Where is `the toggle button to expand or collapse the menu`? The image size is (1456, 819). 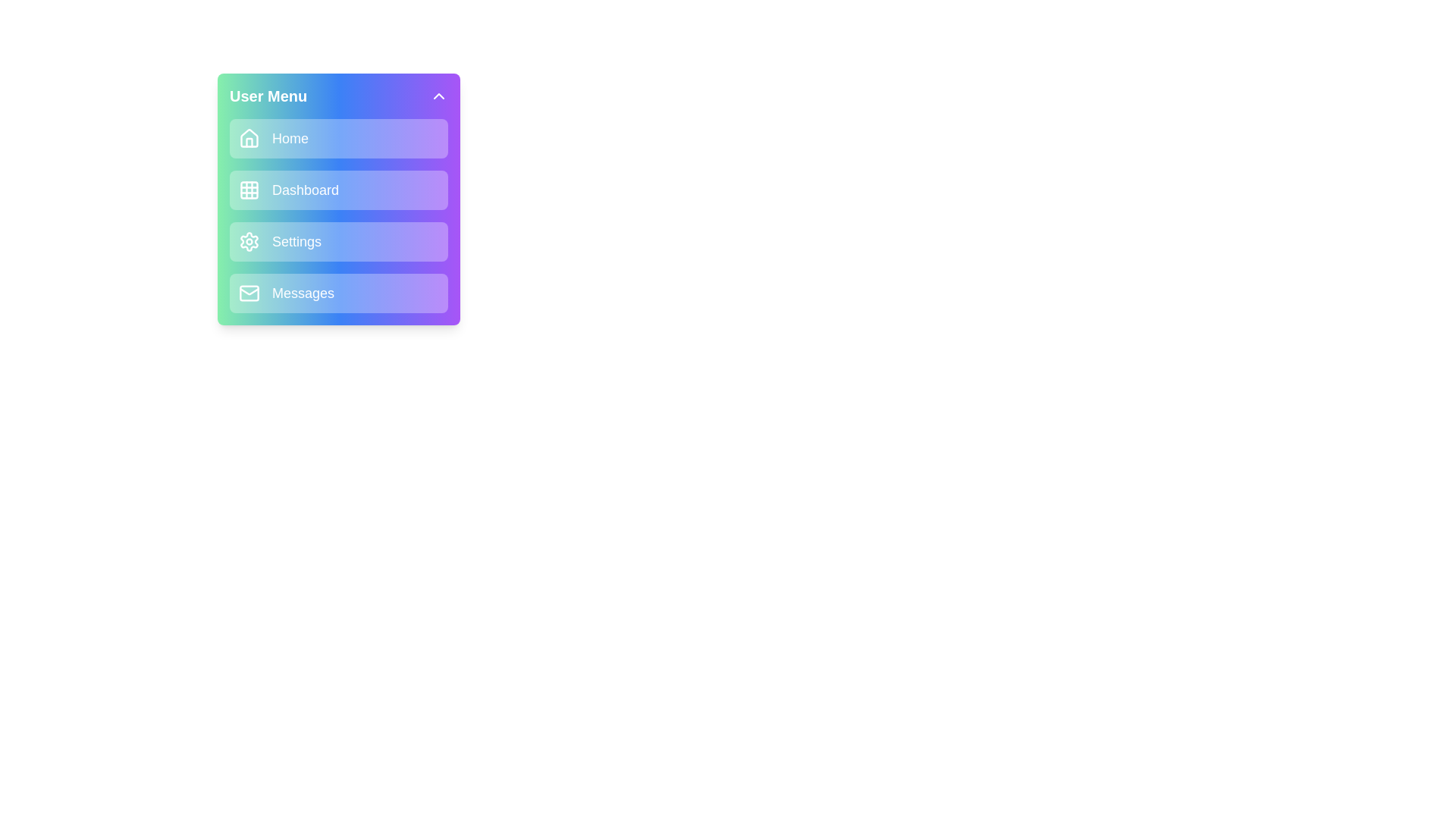 the toggle button to expand or collapse the menu is located at coordinates (438, 96).